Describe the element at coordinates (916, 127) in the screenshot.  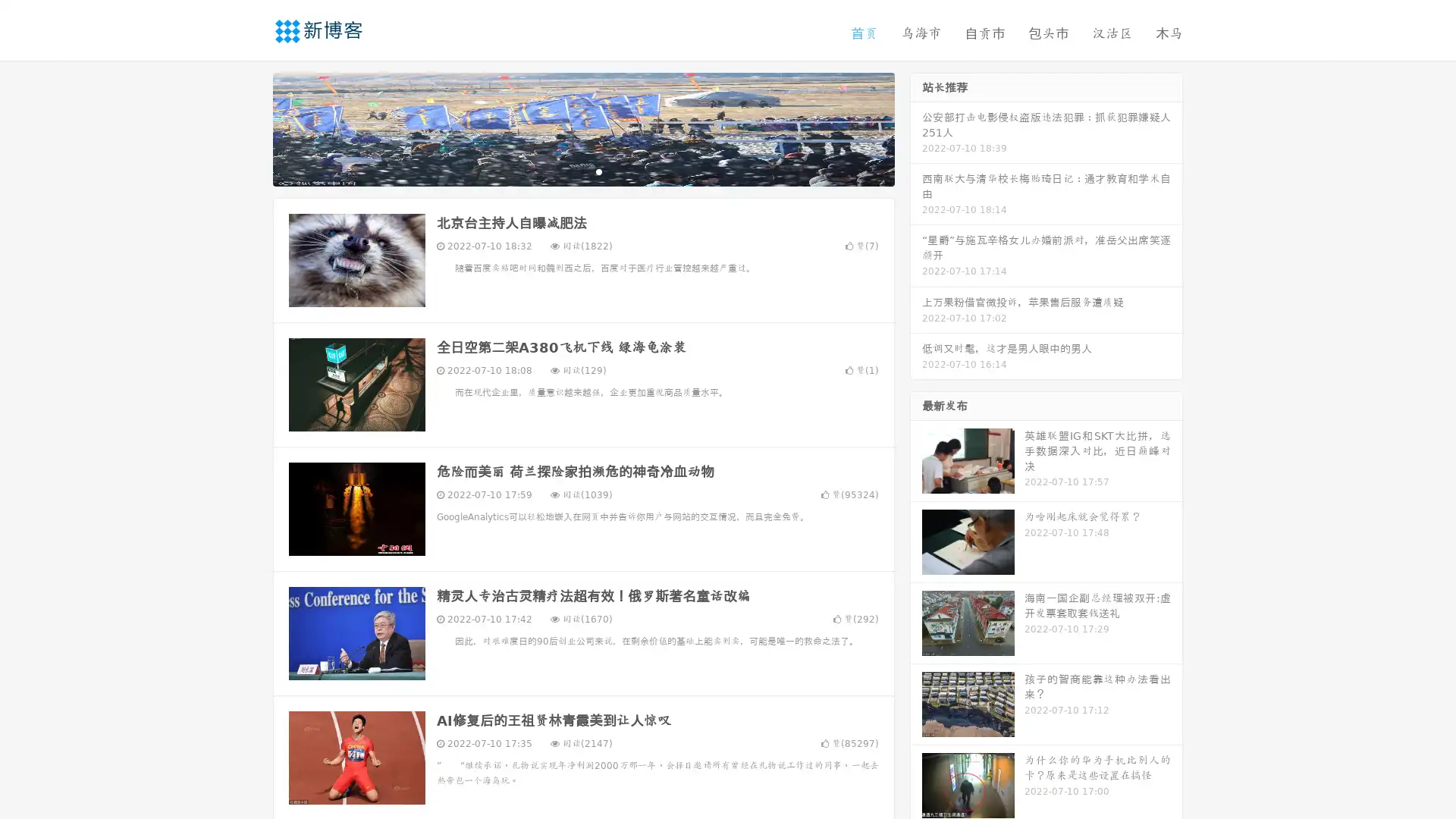
I see `Next slide` at that location.